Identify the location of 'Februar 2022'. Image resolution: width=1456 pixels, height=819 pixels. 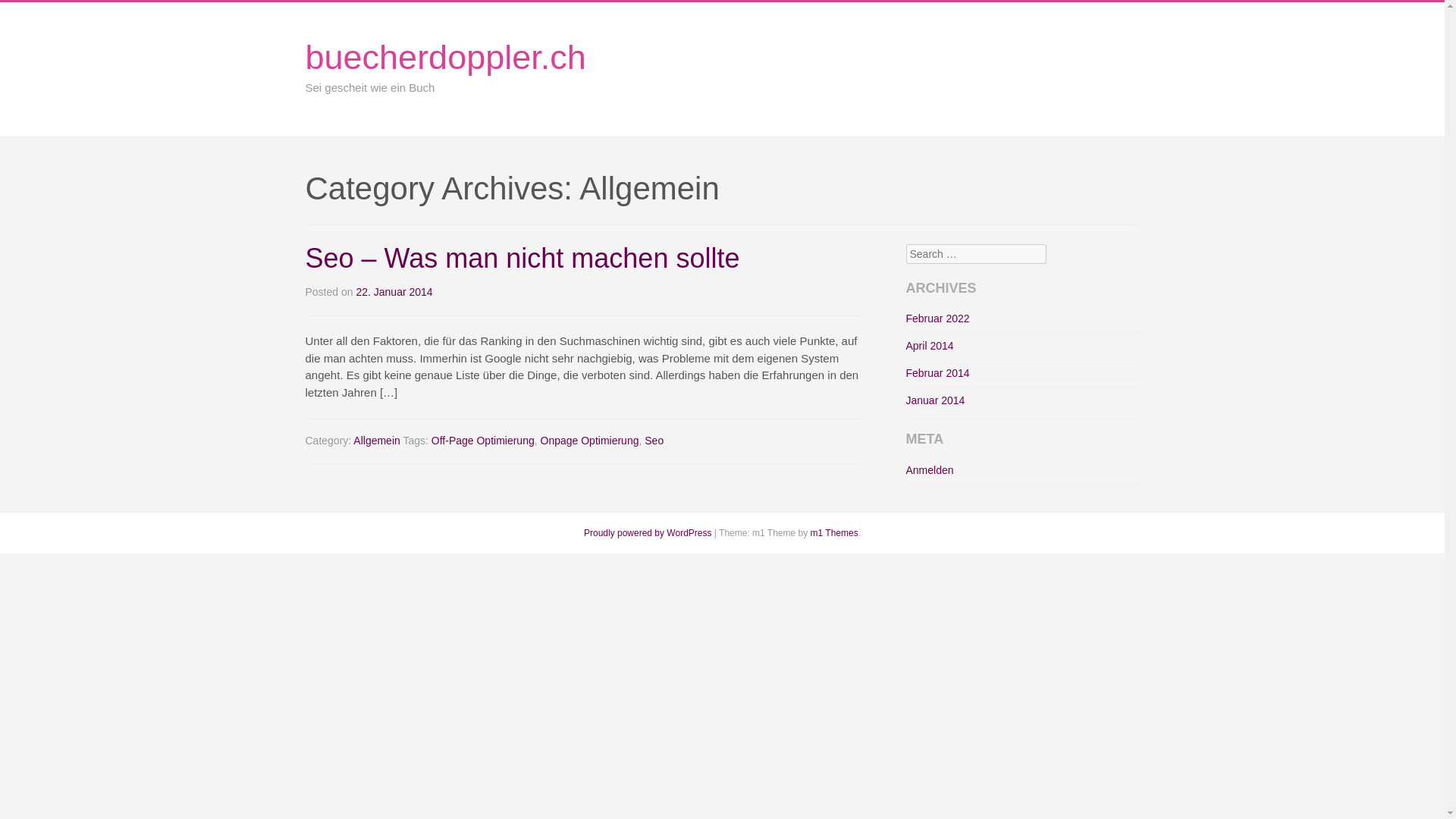
(937, 318).